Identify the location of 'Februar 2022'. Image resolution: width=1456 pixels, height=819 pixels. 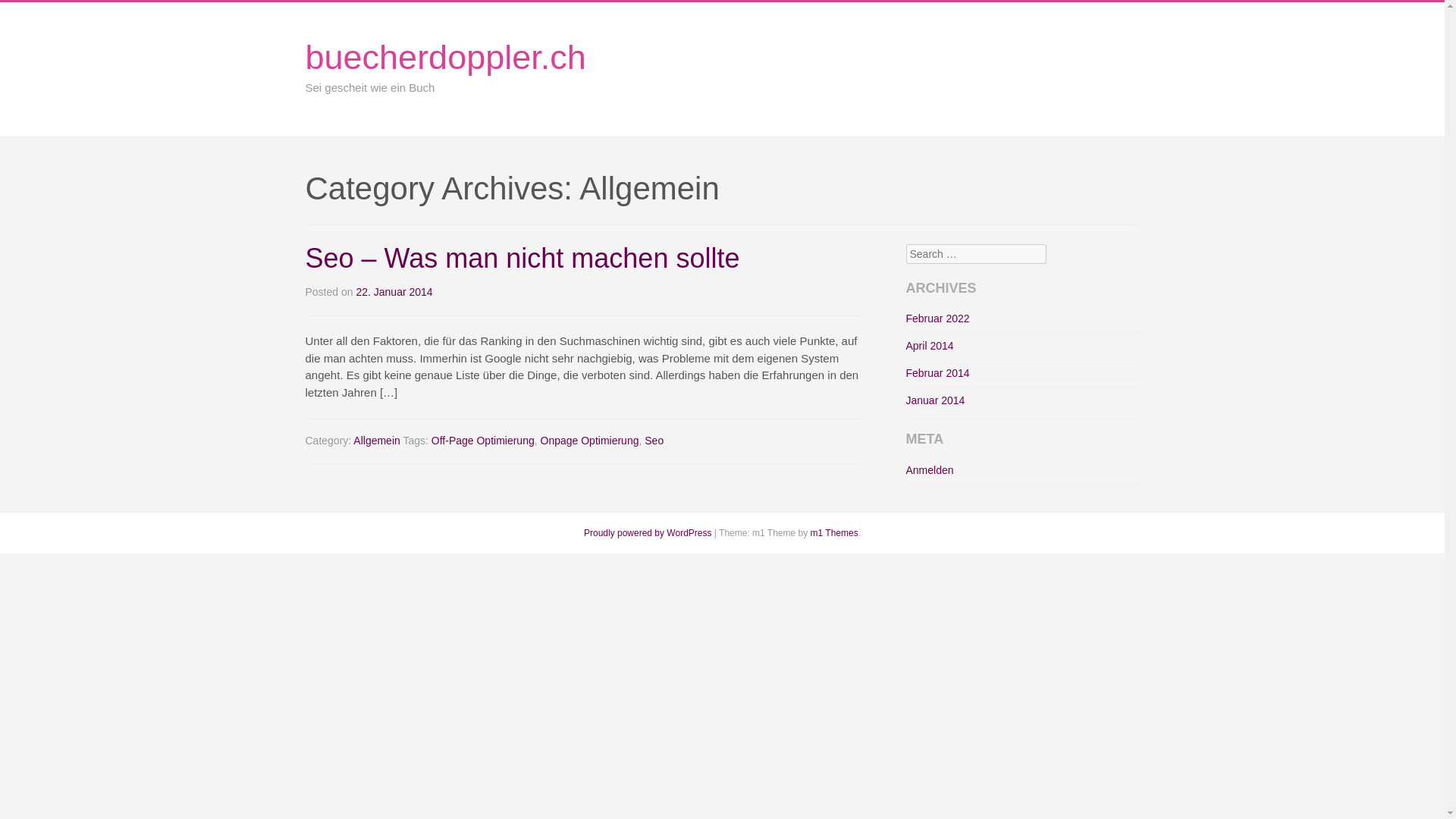
(937, 318).